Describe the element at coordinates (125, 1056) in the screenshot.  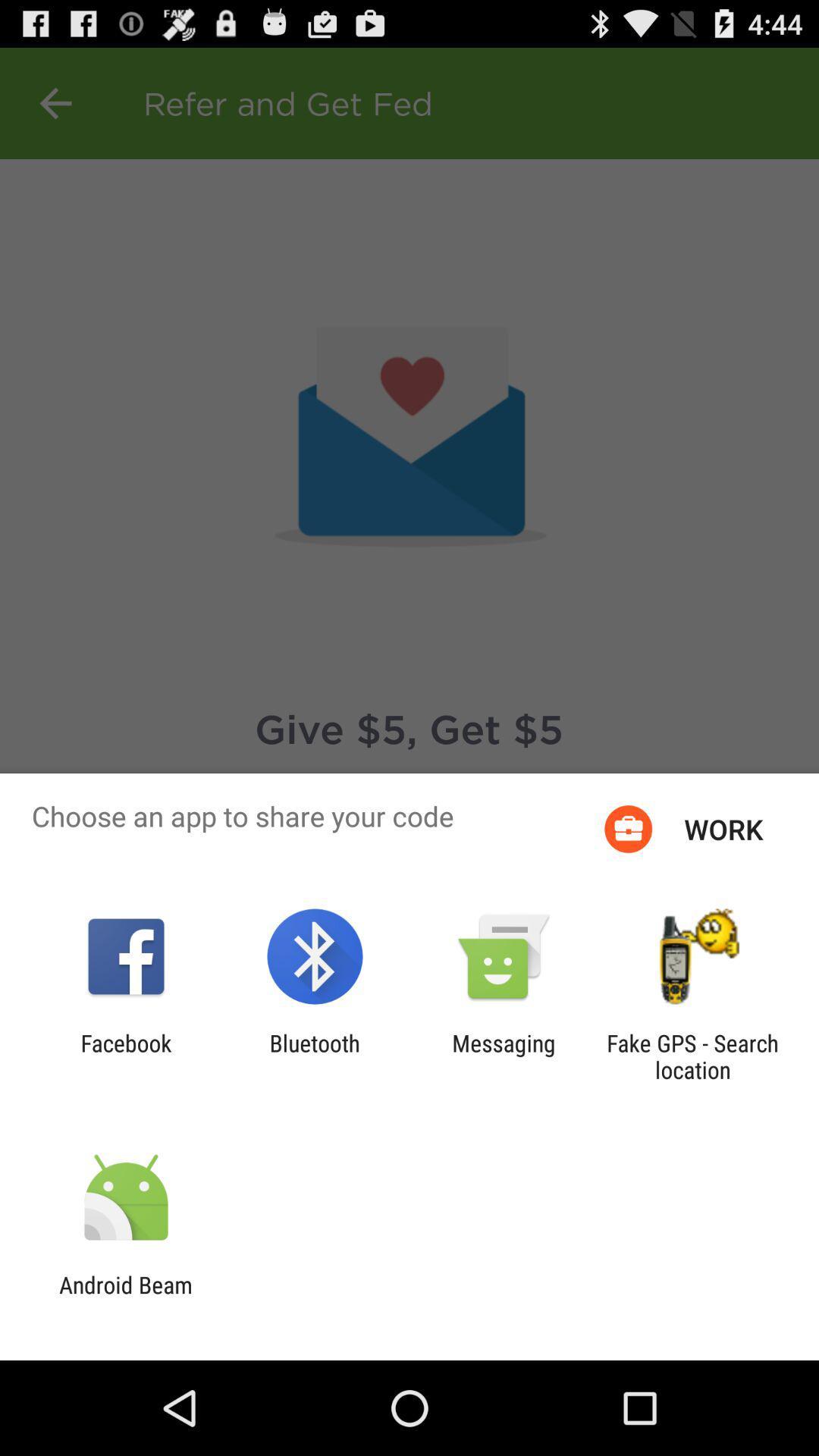
I see `the icon to the left of bluetooth icon` at that location.